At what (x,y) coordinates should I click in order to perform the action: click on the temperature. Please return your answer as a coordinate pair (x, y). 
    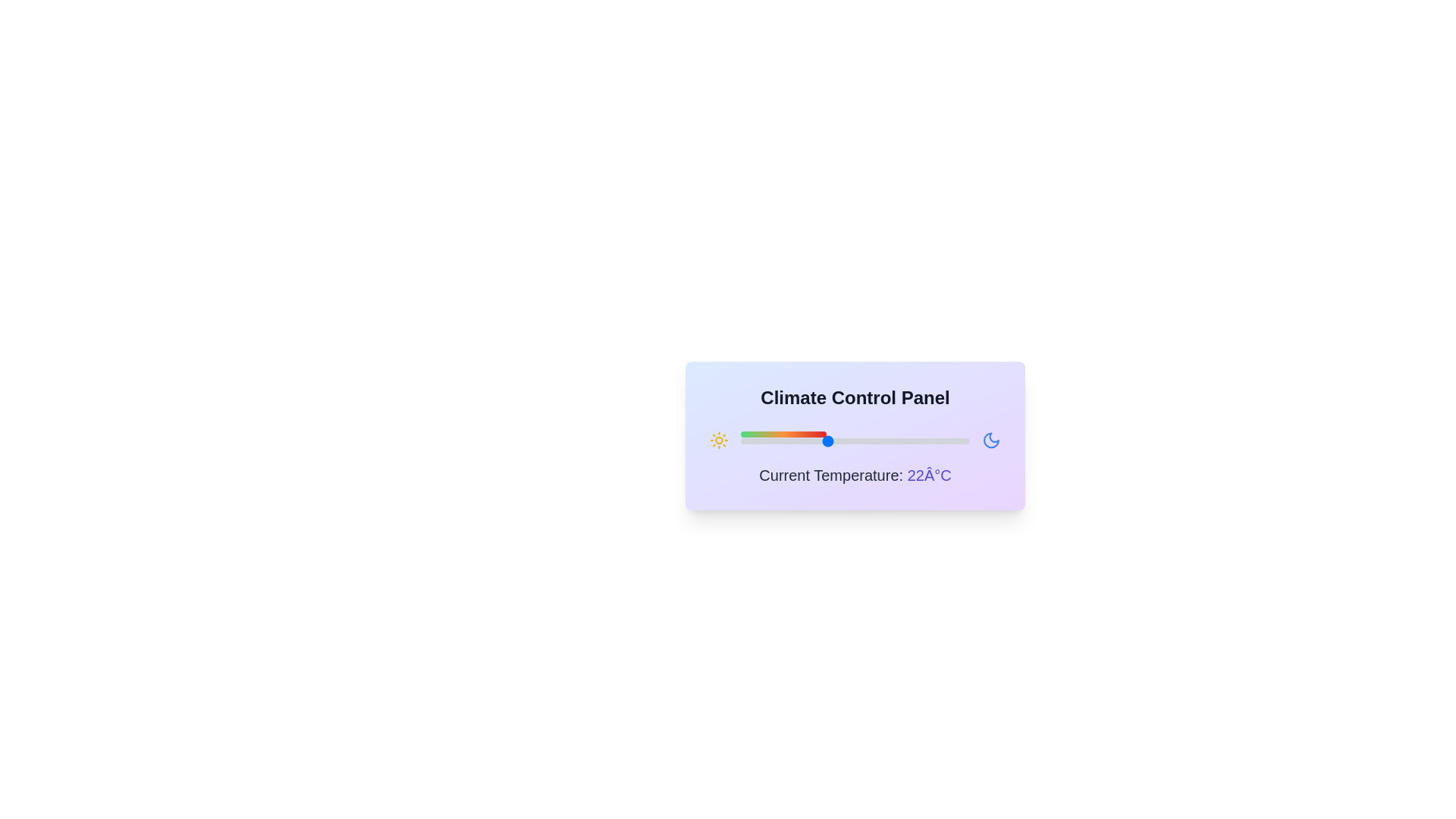
    Looking at the image, I should click on (855, 441).